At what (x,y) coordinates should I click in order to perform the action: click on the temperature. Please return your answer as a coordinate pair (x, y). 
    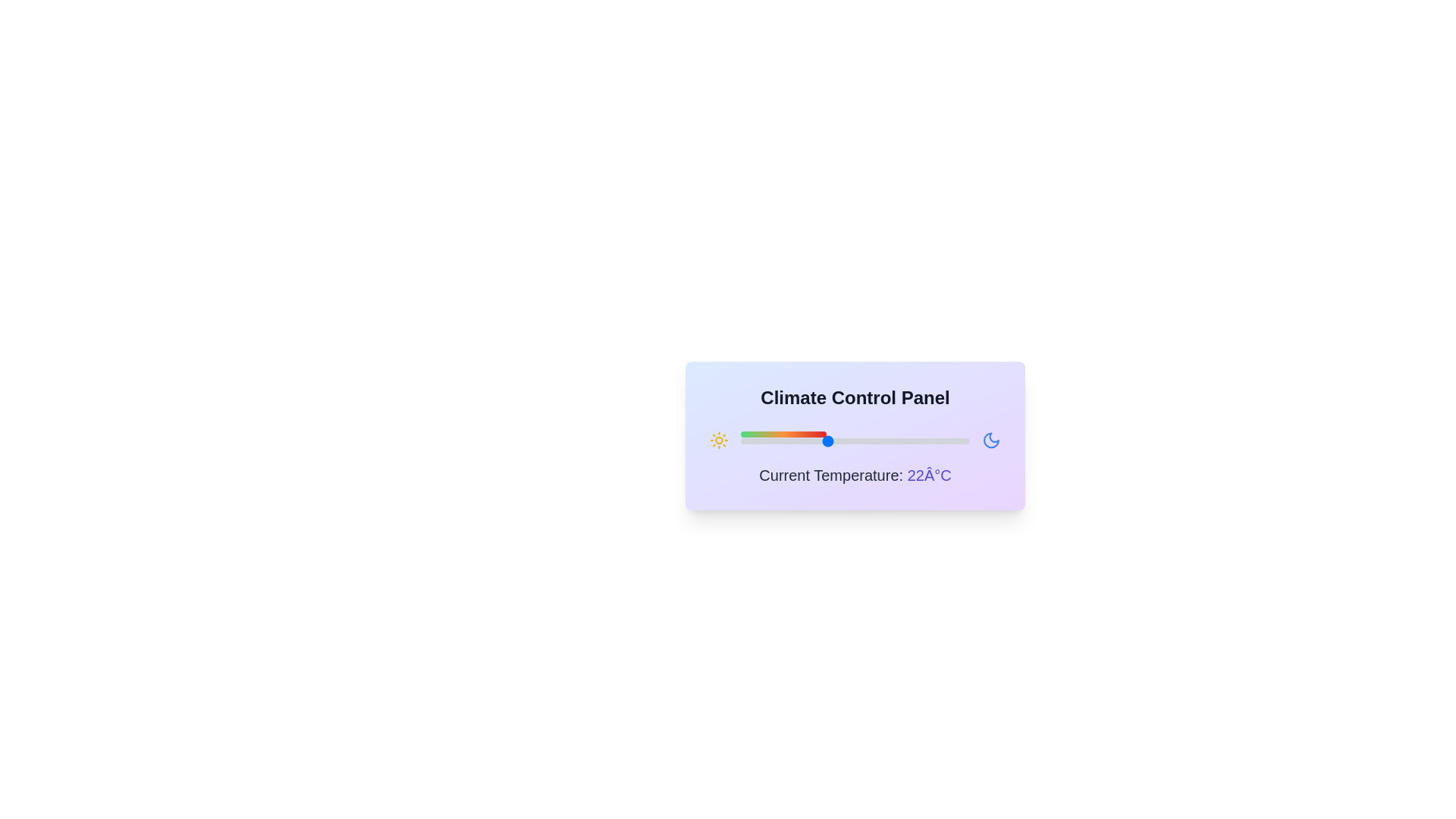
    Looking at the image, I should click on (855, 441).